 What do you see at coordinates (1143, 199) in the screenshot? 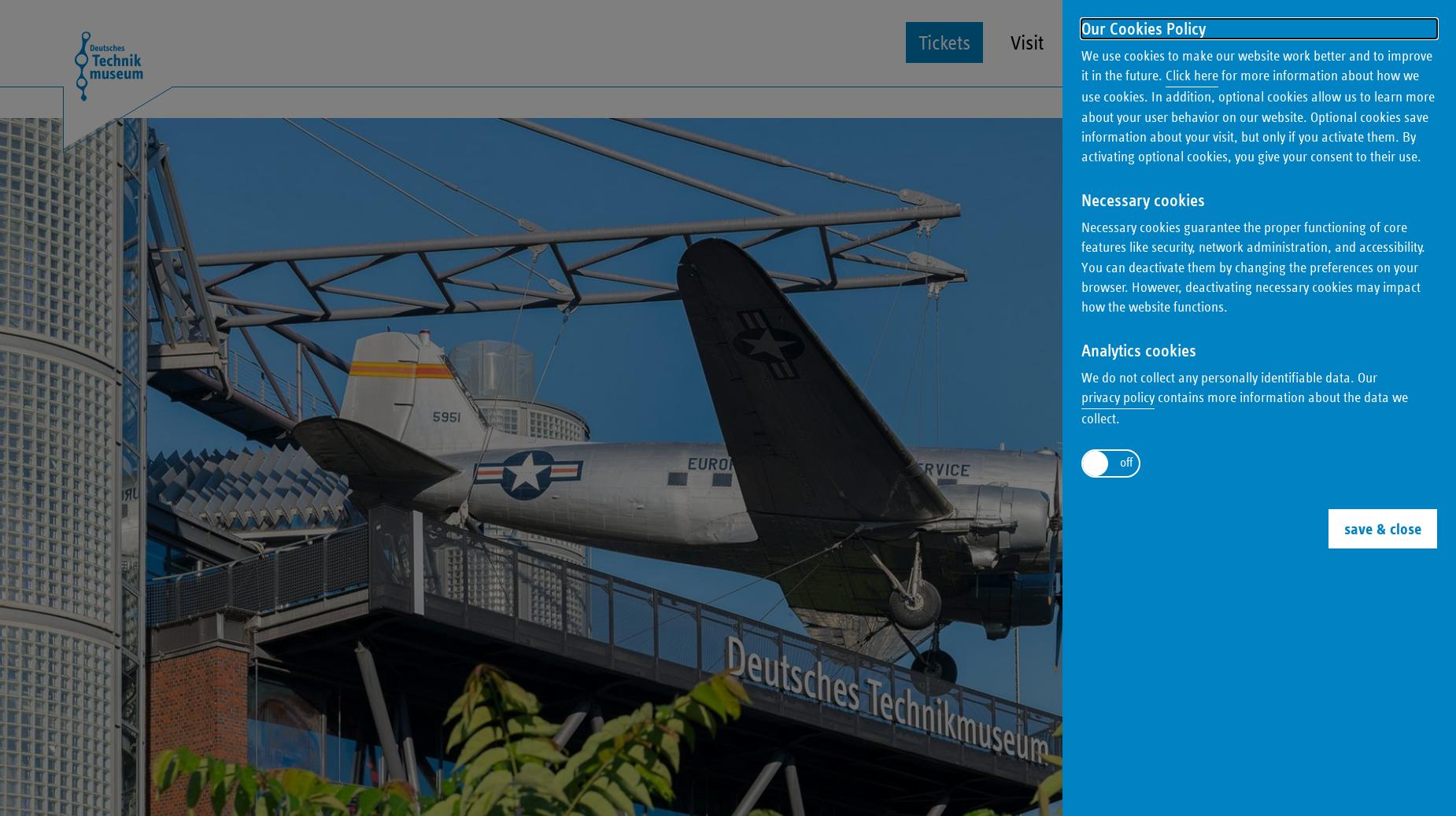
I see `'Necessary cookies'` at bounding box center [1143, 199].